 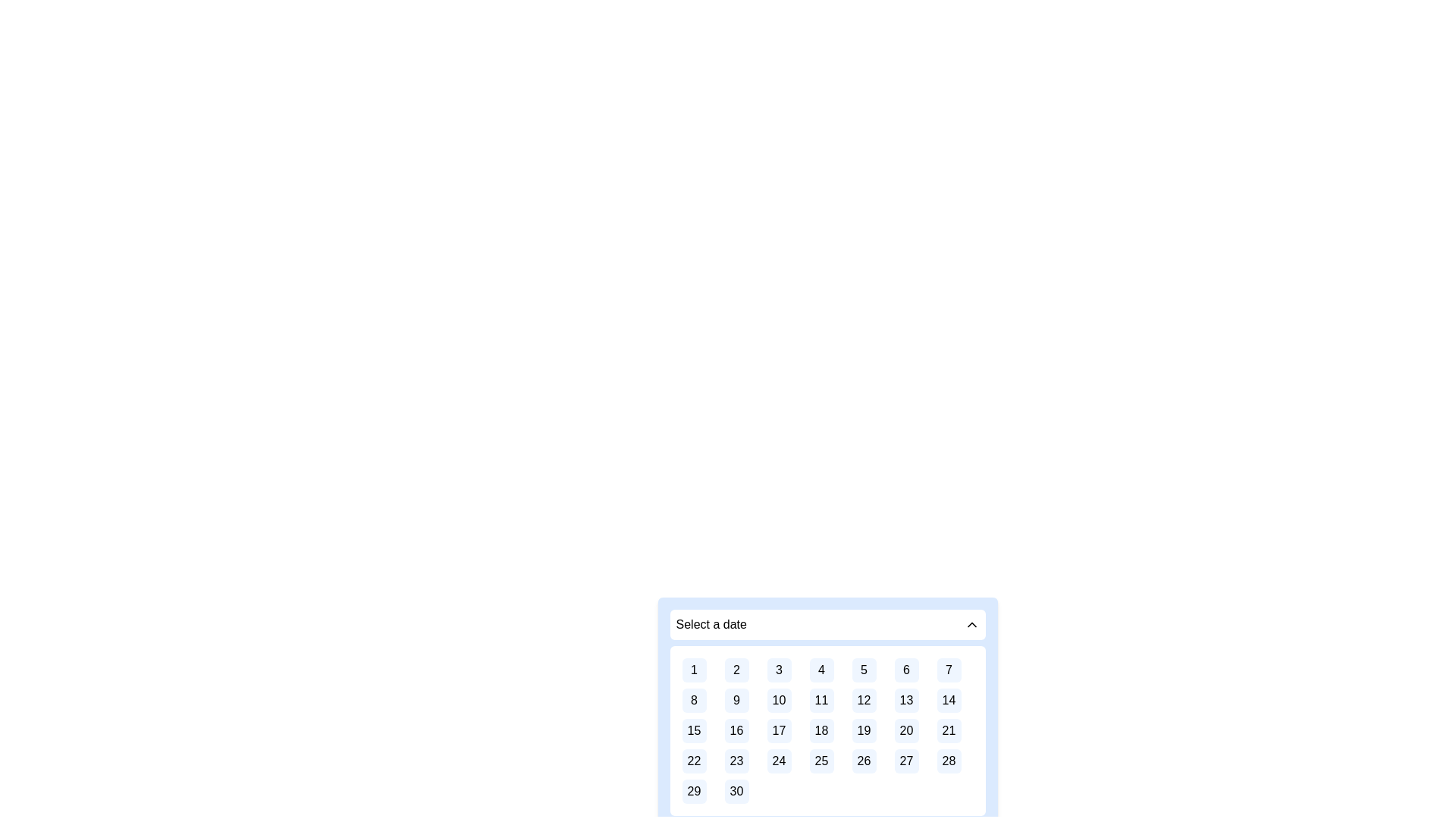 What do you see at coordinates (906, 730) in the screenshot?
I see `the rounded rectangular button displaying the number '20' in black text against a light blue background` at bounding box center [906, 730].